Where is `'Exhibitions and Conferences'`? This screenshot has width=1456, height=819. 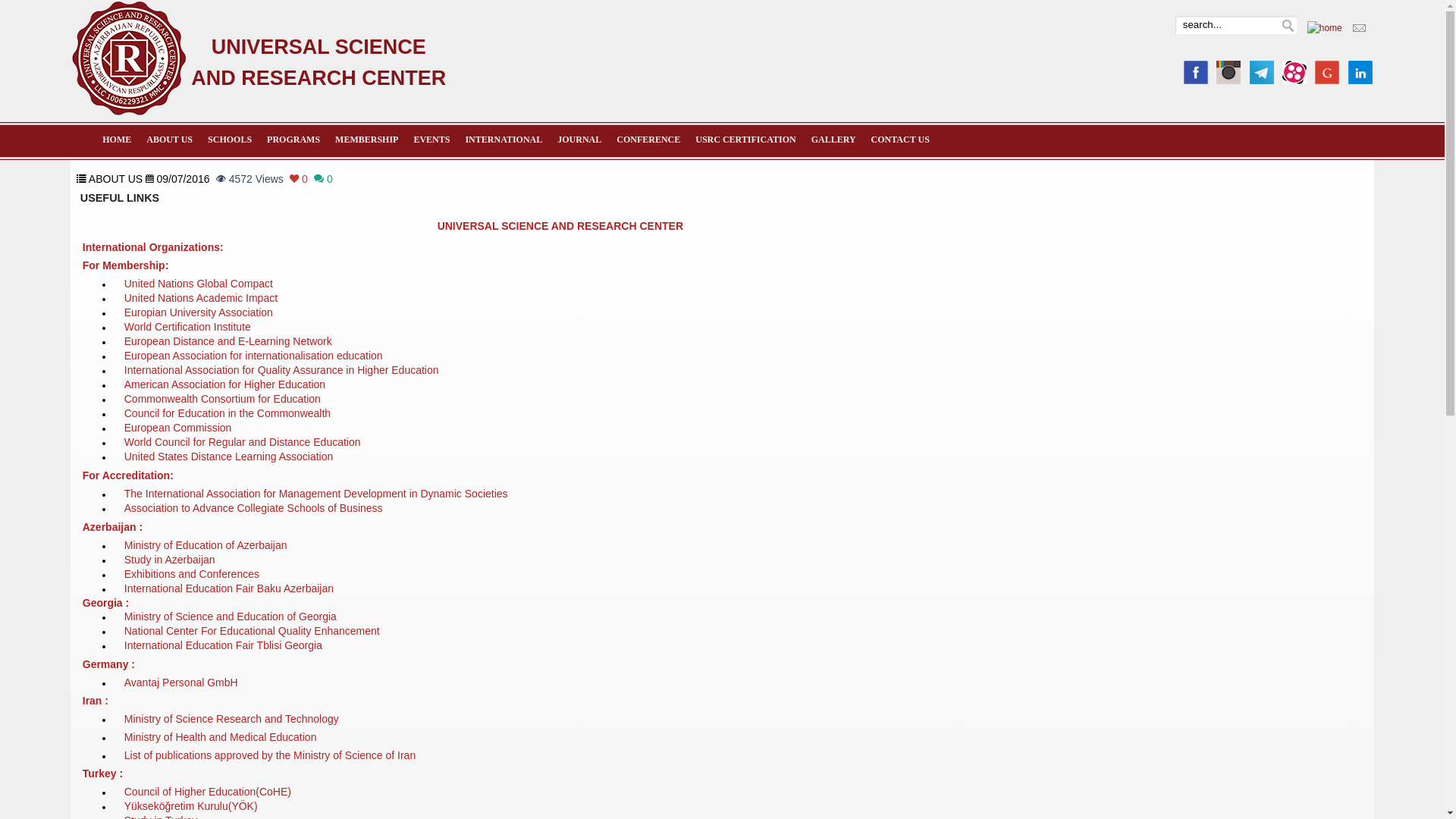
'Exhibitions and Conferences' is located at coordinates (191, 573).